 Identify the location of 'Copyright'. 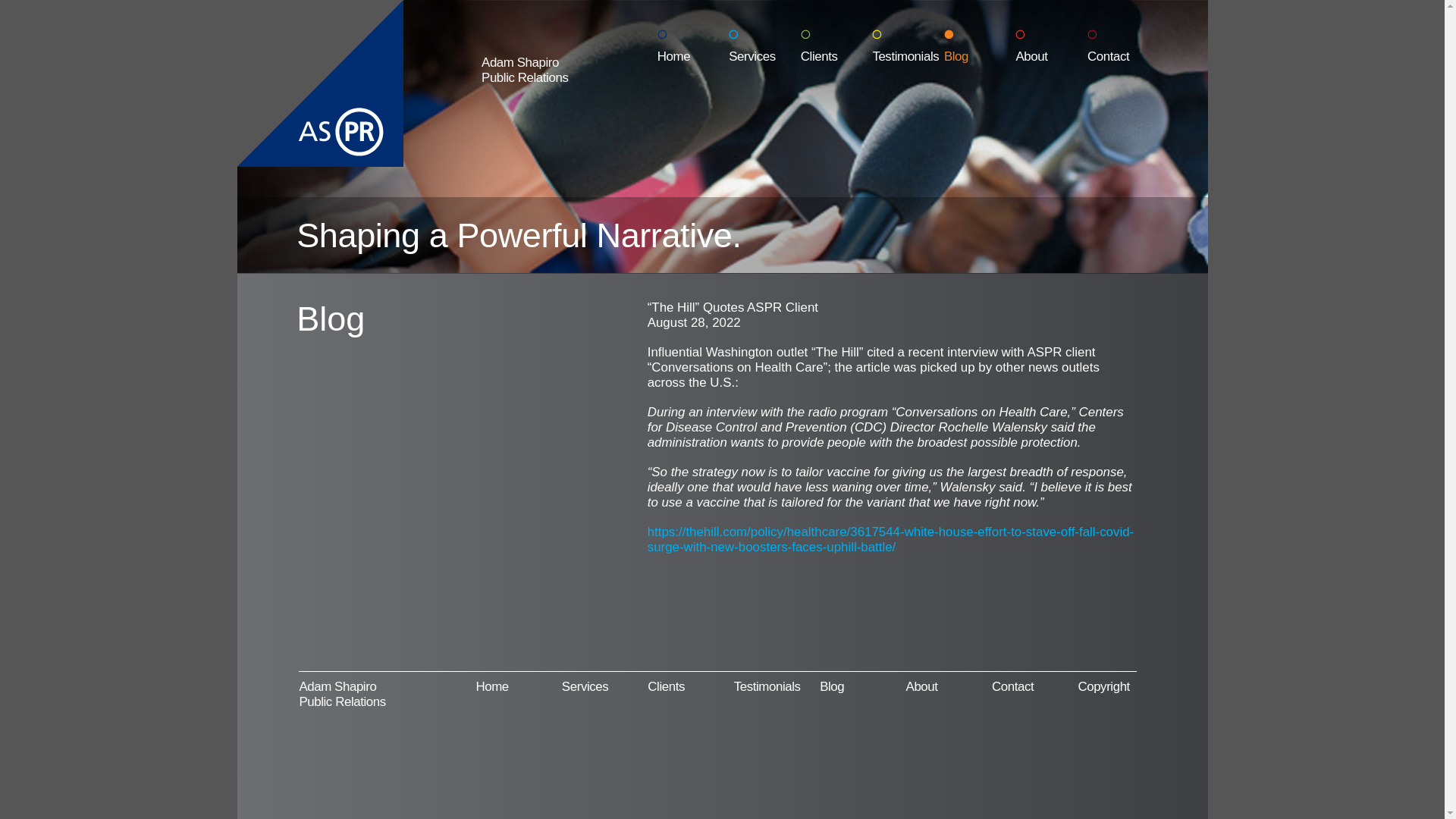
(1103, 686).